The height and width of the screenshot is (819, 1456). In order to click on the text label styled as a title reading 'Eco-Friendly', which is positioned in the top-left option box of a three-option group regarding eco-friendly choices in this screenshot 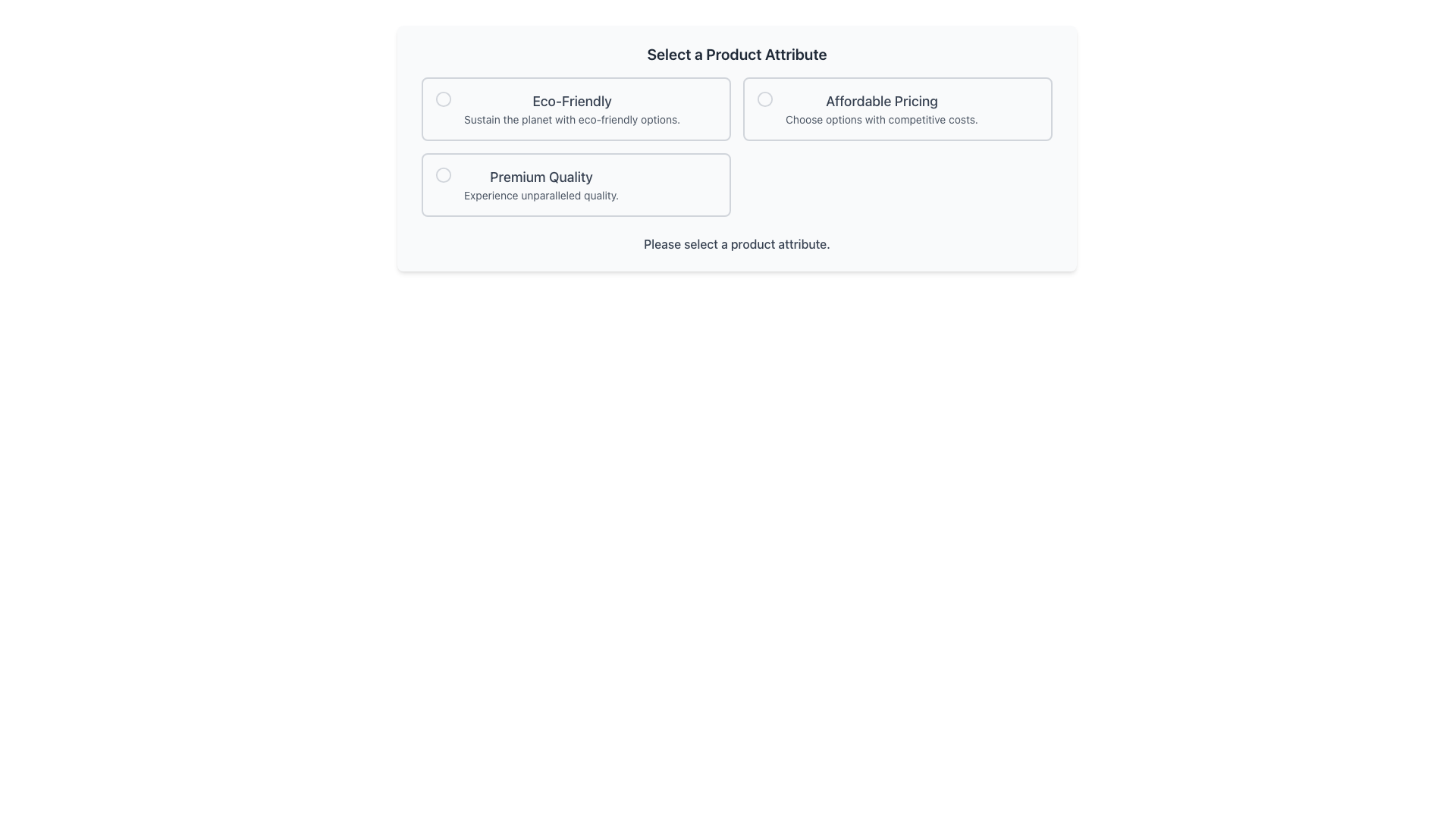, I will do `click(571, 102)`.